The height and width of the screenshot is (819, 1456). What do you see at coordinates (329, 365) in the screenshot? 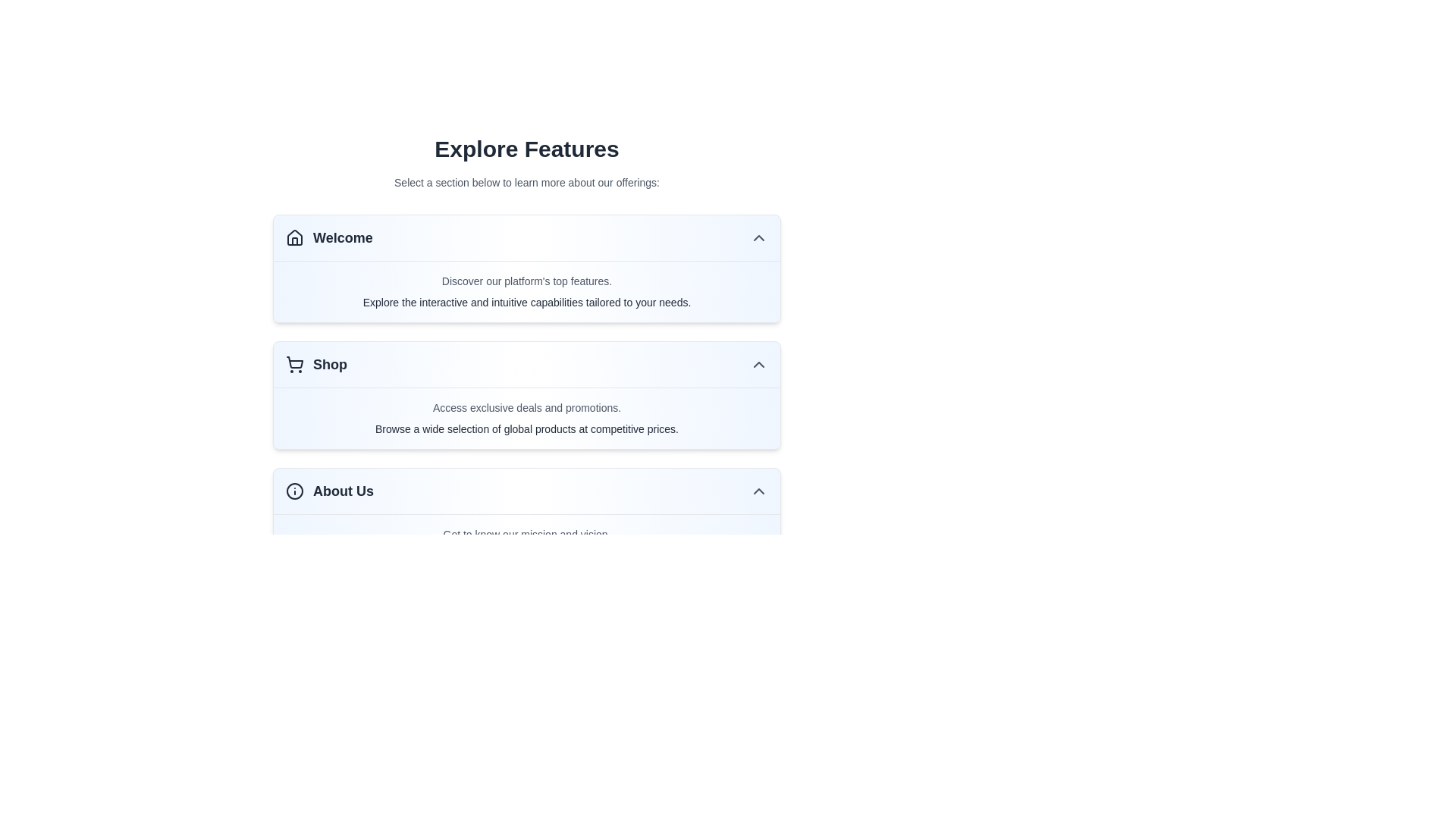
I see `the bold 'Shop' text label, which is the second option in the list beneath 'Explore Features'` at bounding box center [329, 365].